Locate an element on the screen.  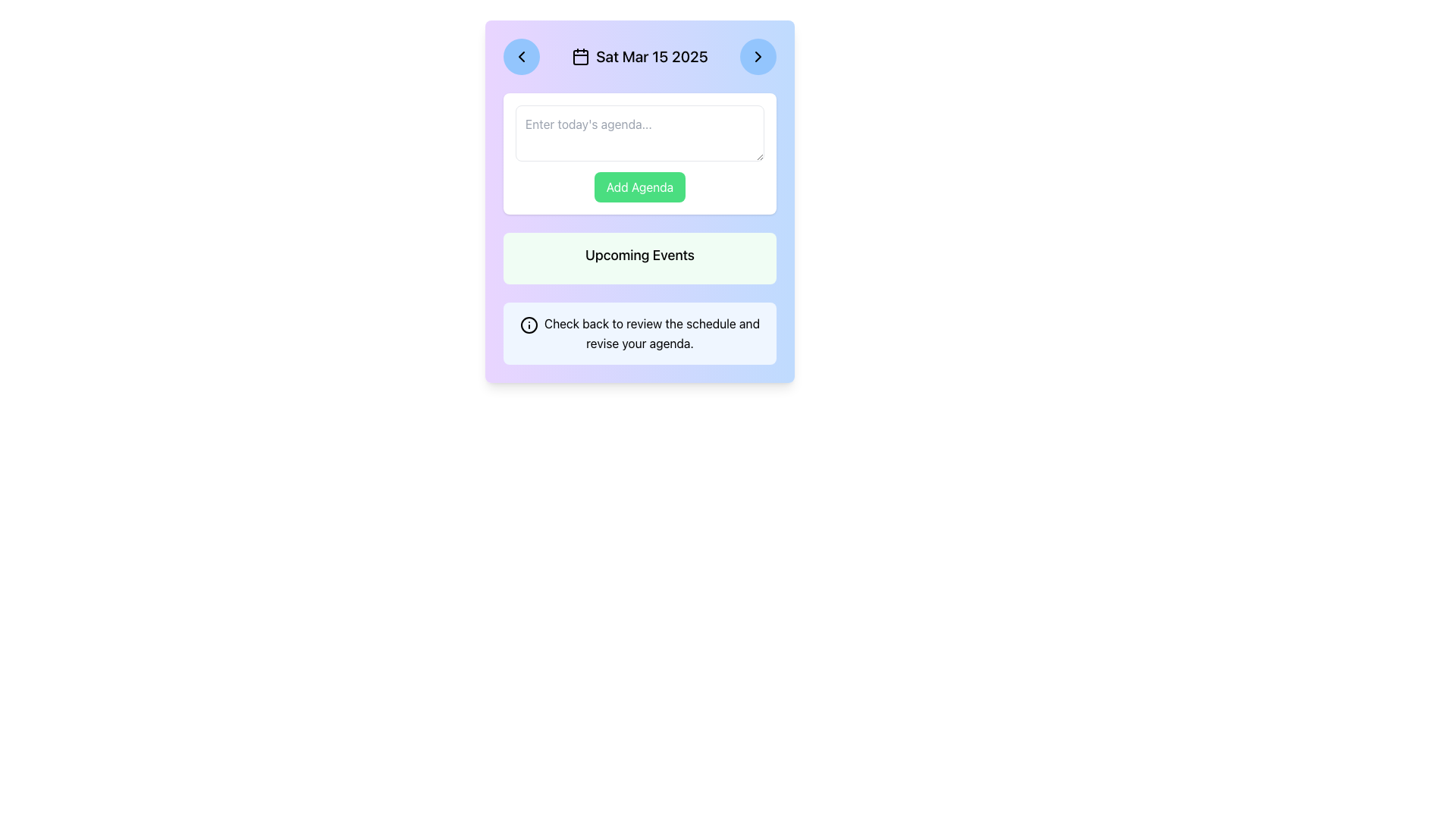
the informational icon located inside the blue box at the bottom left of the interface is located at coordinates (529, 324).